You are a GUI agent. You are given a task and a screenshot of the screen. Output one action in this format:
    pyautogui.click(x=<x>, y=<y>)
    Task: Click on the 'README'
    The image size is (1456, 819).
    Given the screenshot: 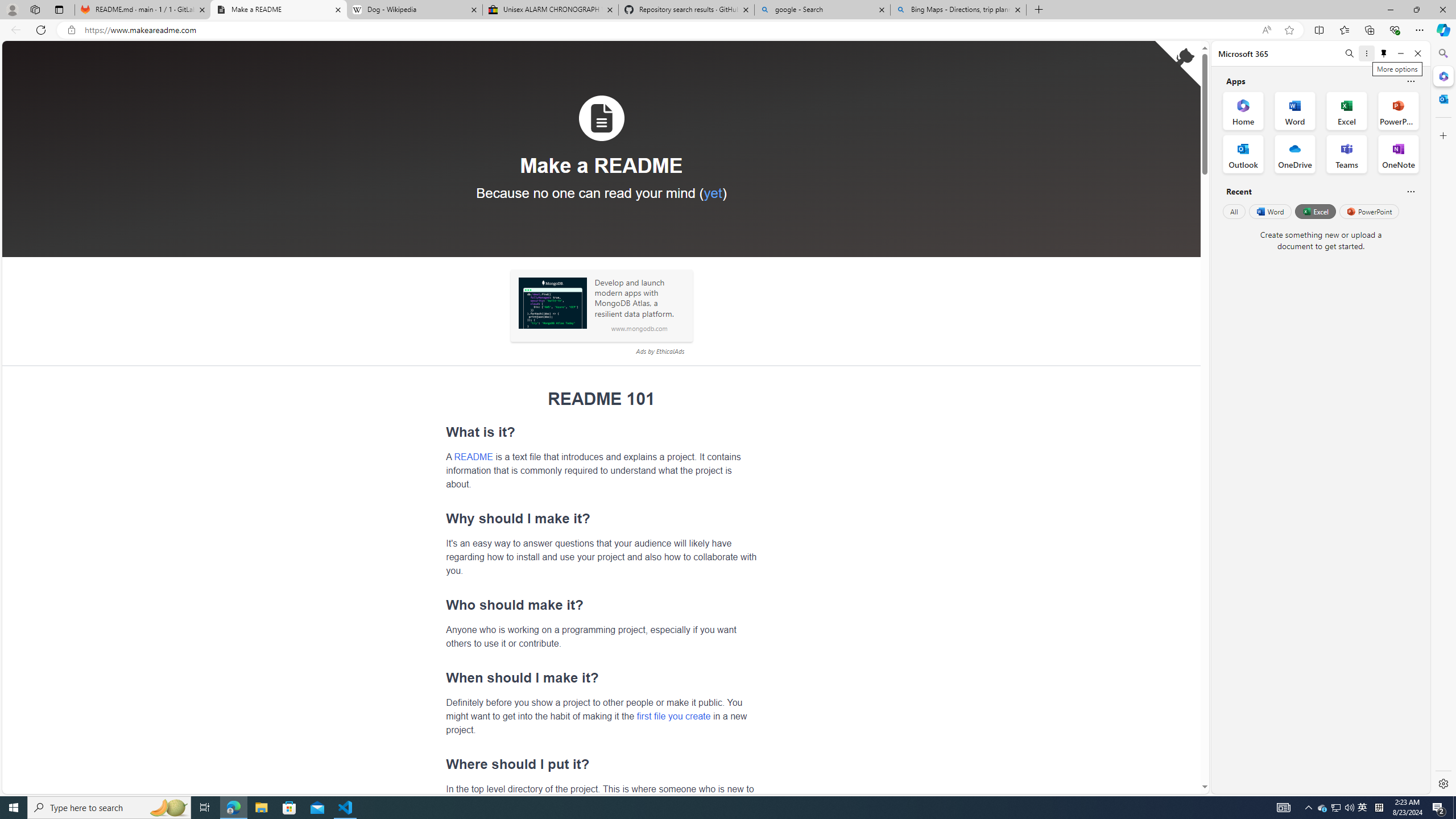 What is the action you would take?
    pyautogui.click(x=473, y=456)
    